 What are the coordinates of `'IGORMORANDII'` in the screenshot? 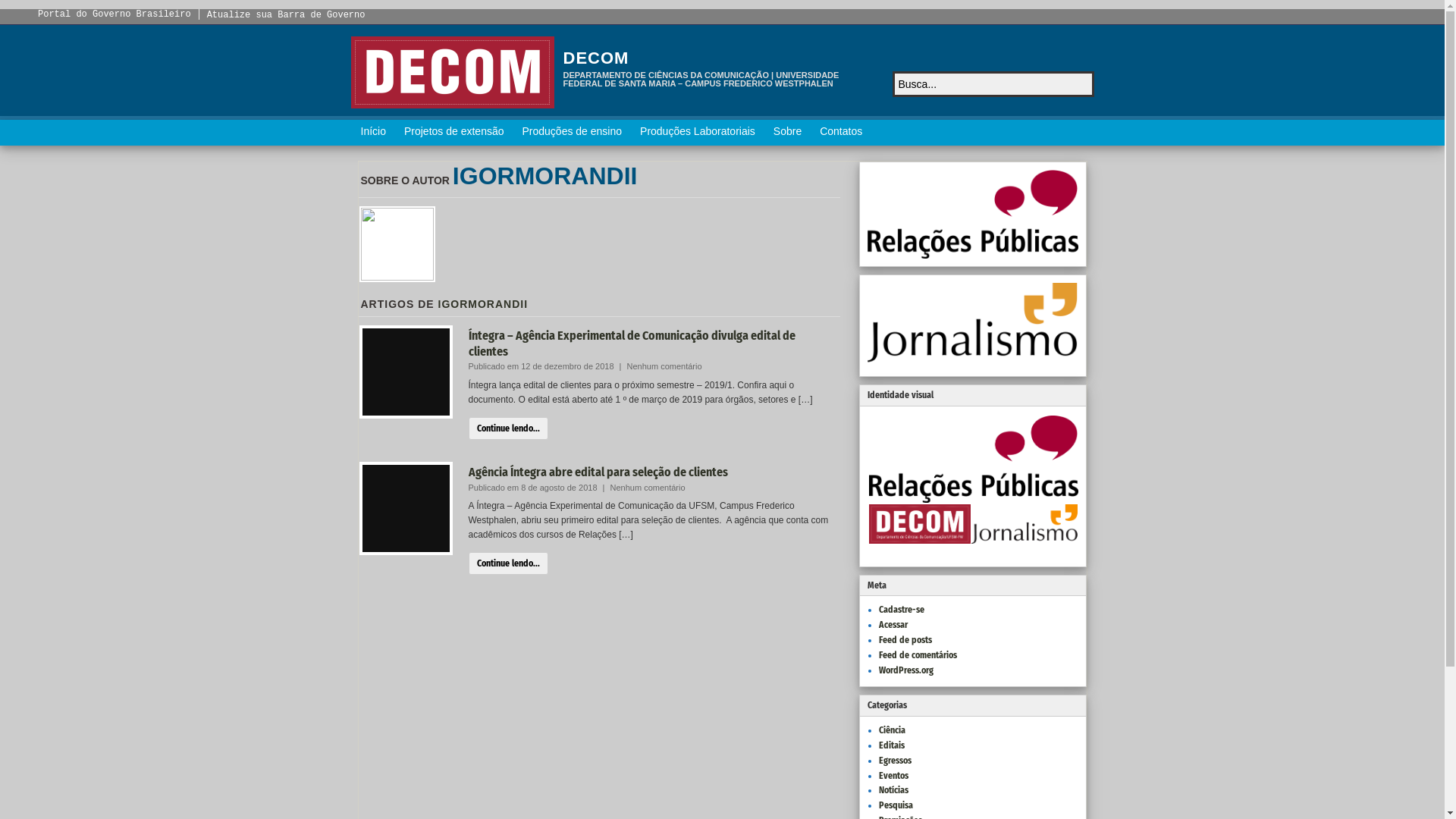 It's located at (545, 174).